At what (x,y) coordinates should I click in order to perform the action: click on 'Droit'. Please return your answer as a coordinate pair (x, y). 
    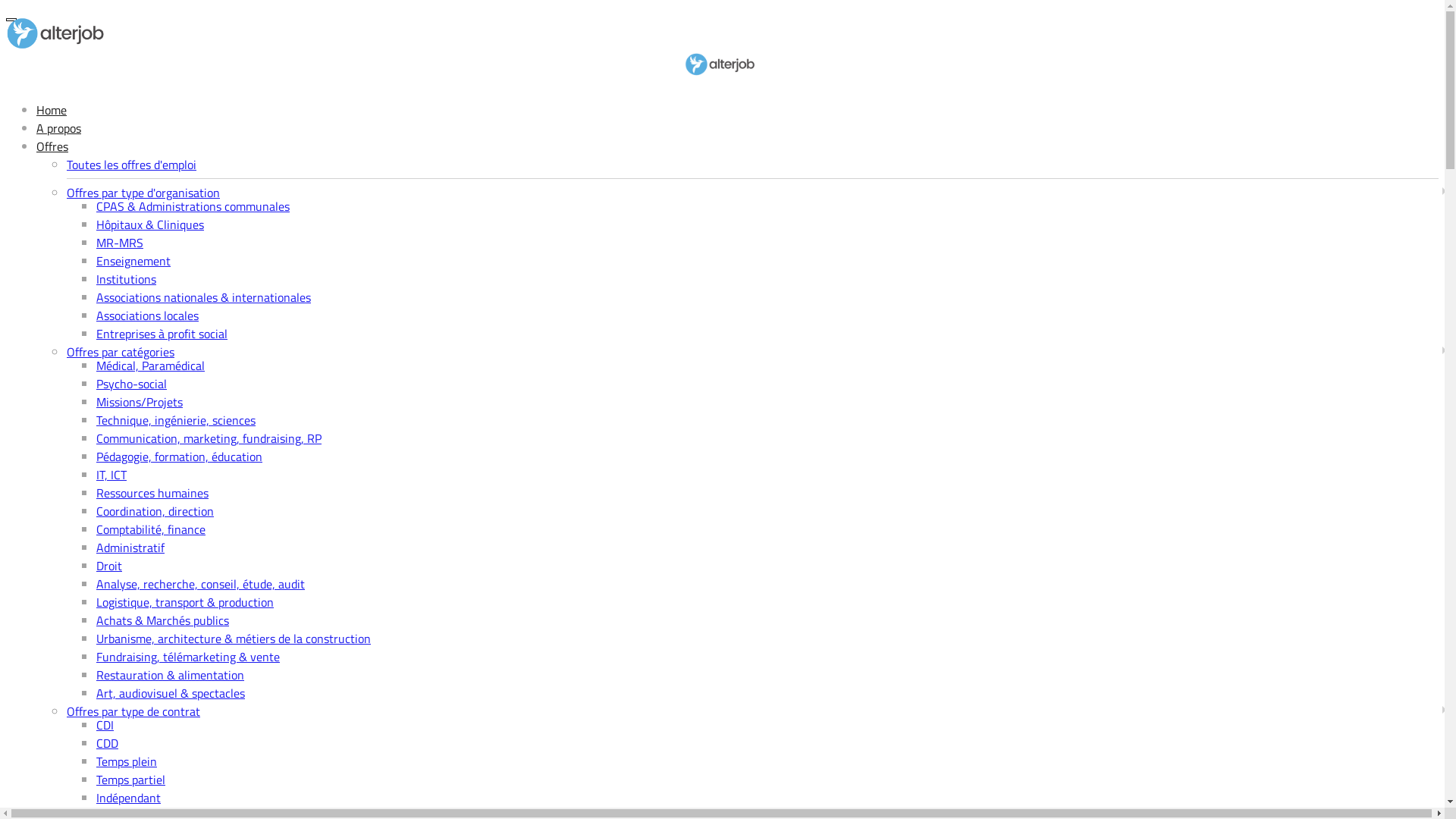
    Looking at the image, I should click on (108, 565).